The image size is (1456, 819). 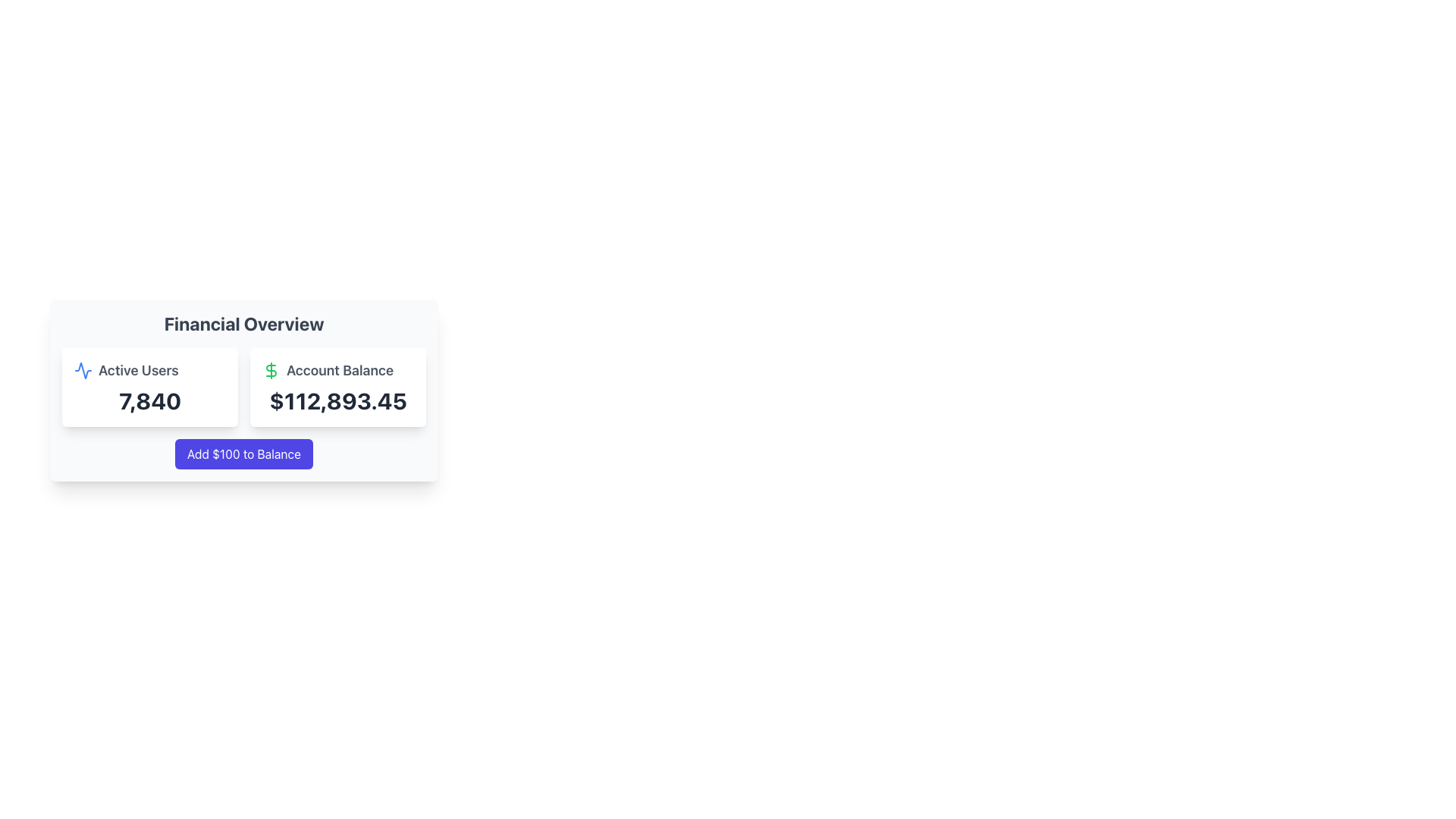 I want to click on the 'Active Users' text label with a blue waveform icon, which is located at the top left of the user statistics card, so click(x=149, y=371).